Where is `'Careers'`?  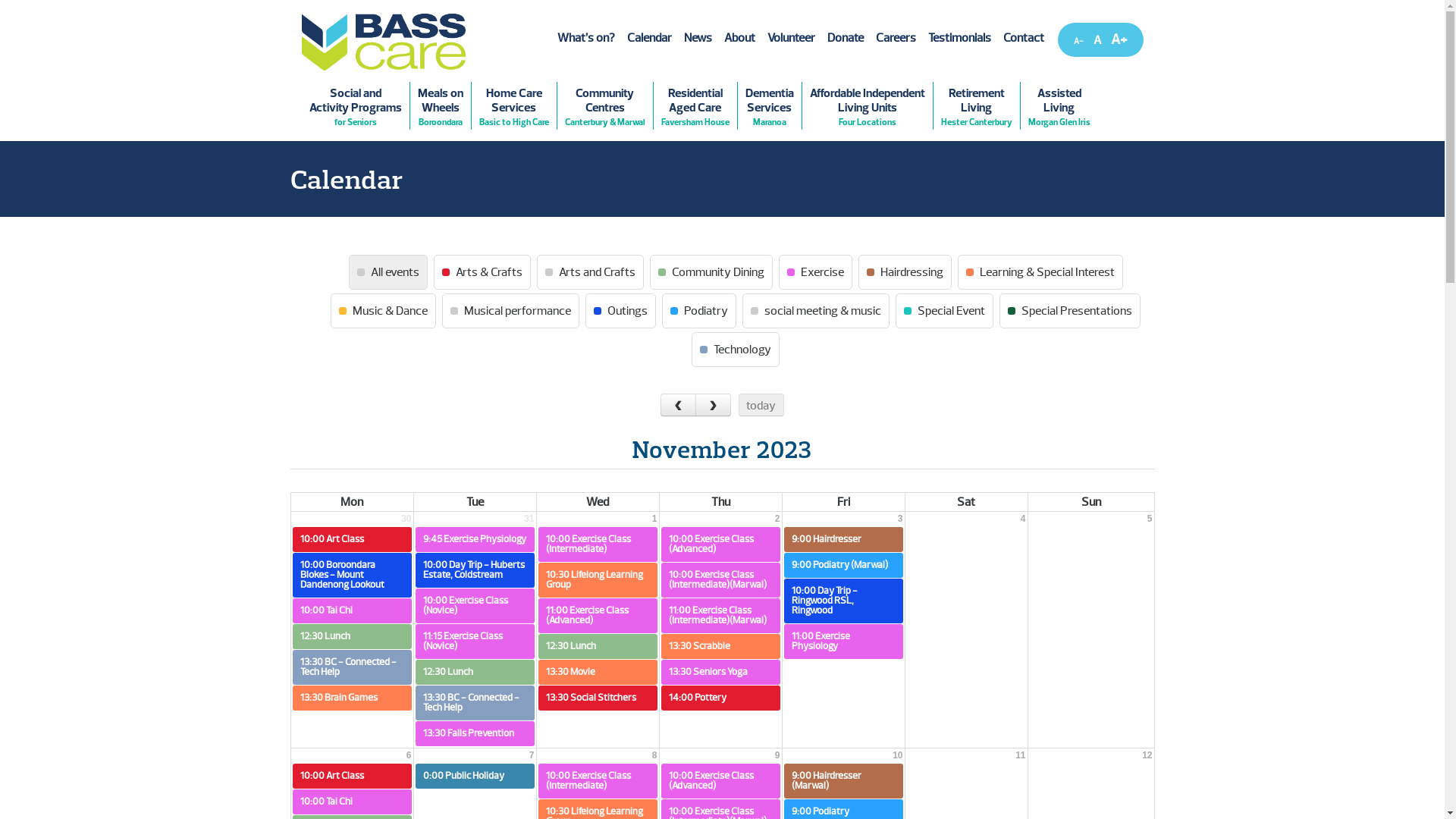
'Careers' is located at coordinates (895, 37).